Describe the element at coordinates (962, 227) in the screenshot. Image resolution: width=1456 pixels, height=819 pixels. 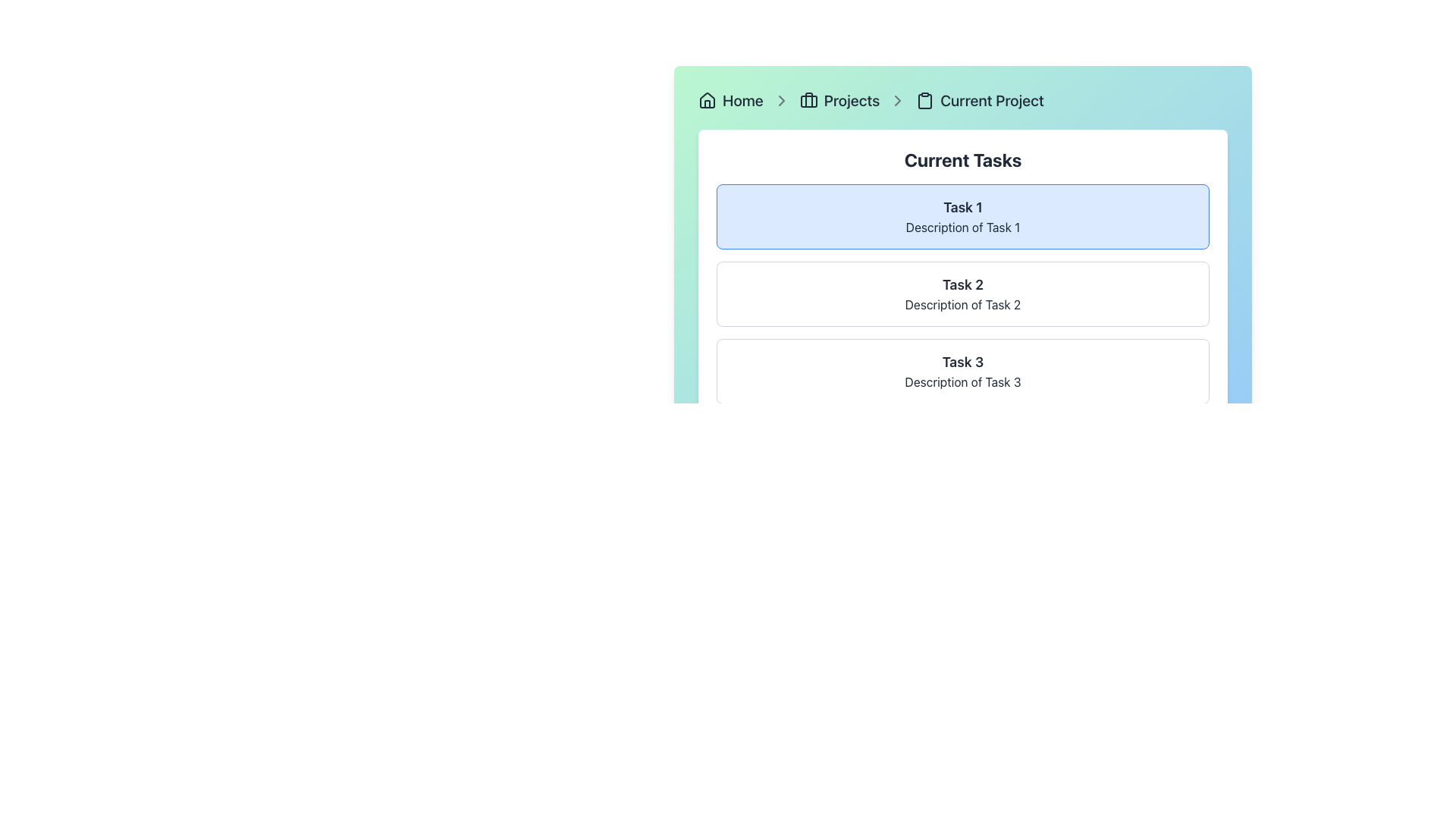
I see `the static text providing contextual information for 'Task 1', located at the bottom of the 'Task 1' card` at that location.